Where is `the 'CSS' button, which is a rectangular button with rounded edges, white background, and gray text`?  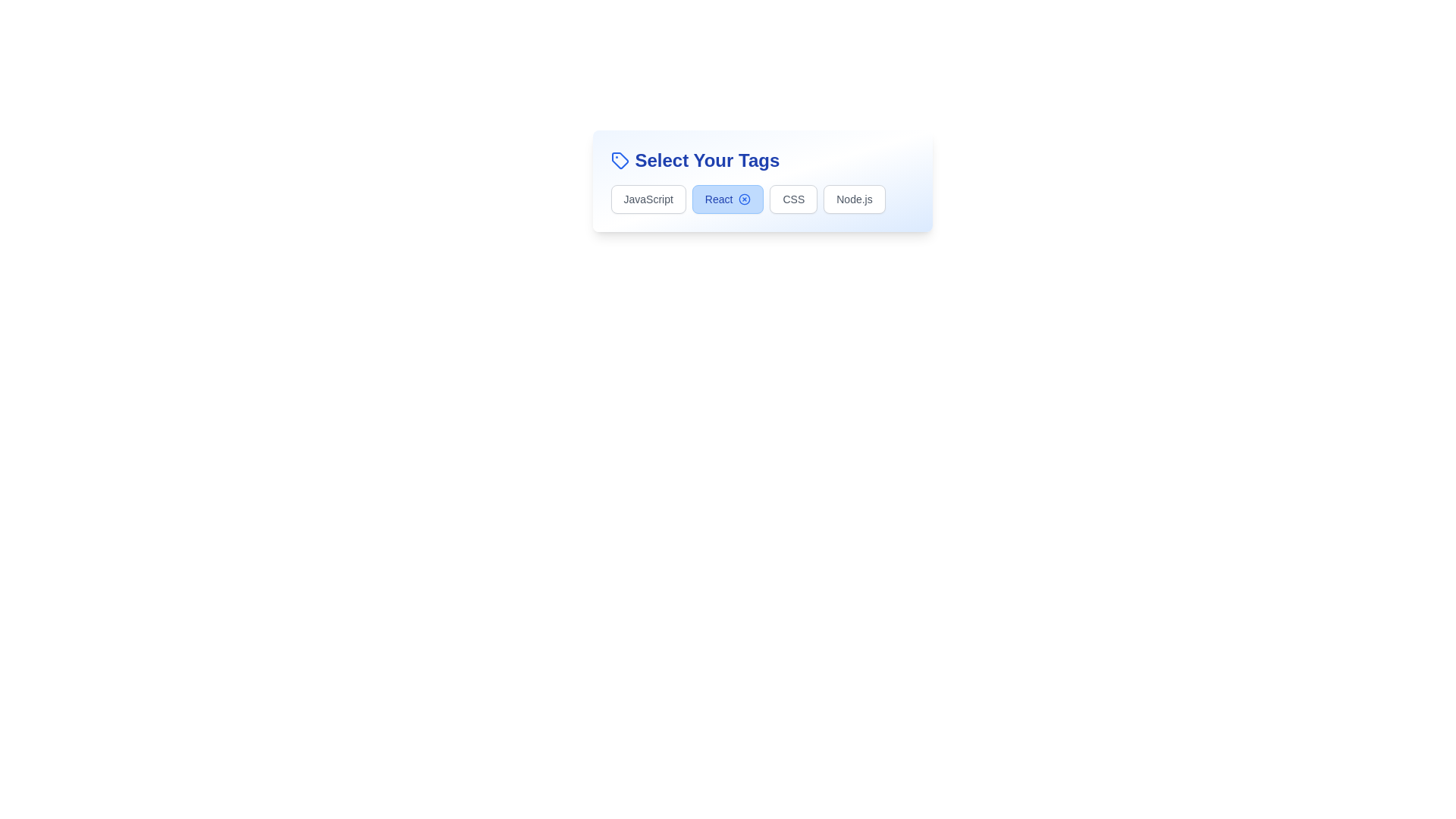 the 'CSS' button, which is a rectangular button with rounded edges, white background, and gray text is located at coordinates (792, 198).